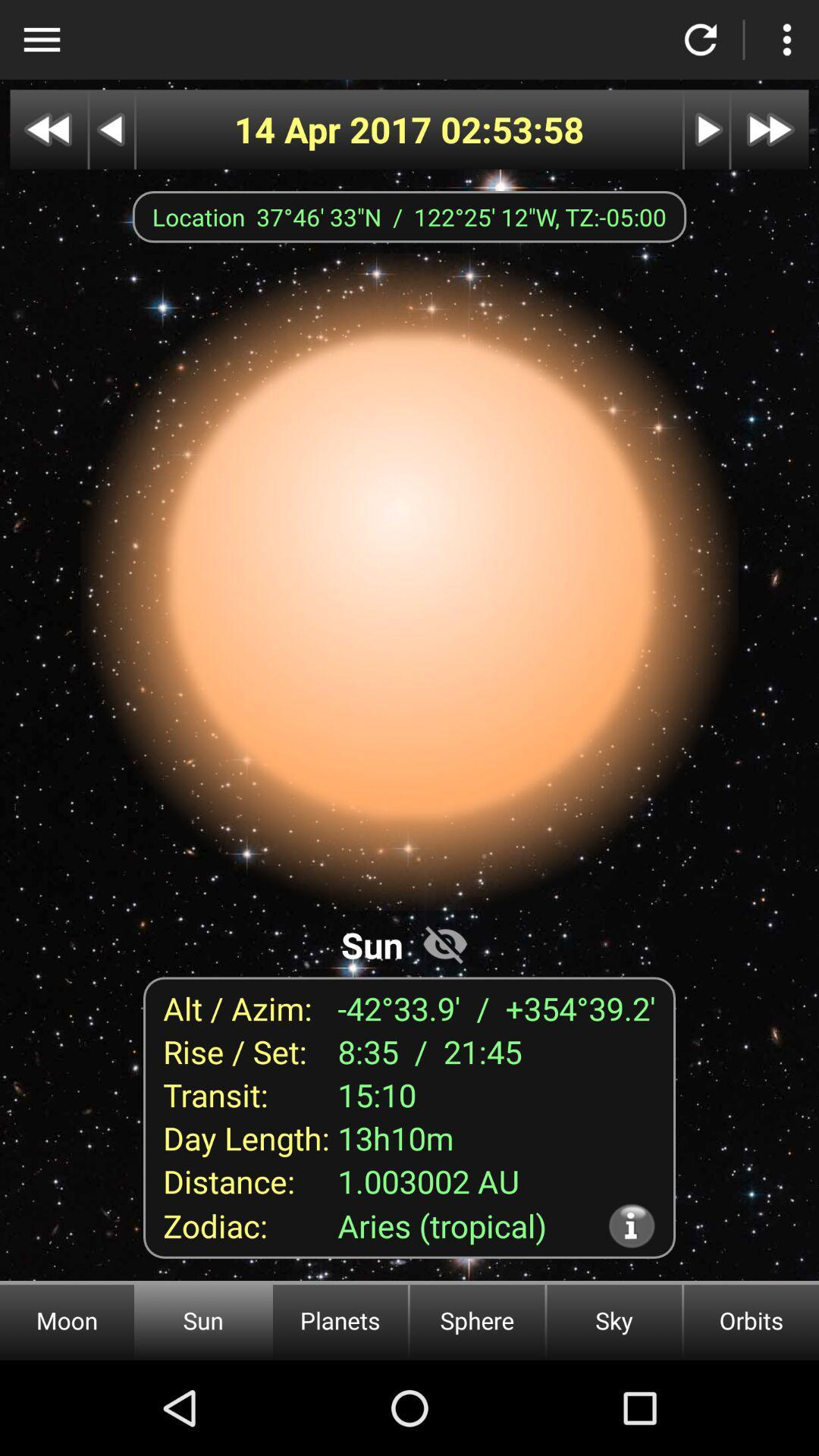 Image resolution: width=819 pixels, height=1456 pixels. I want to click on open menu, so click(41, 39).